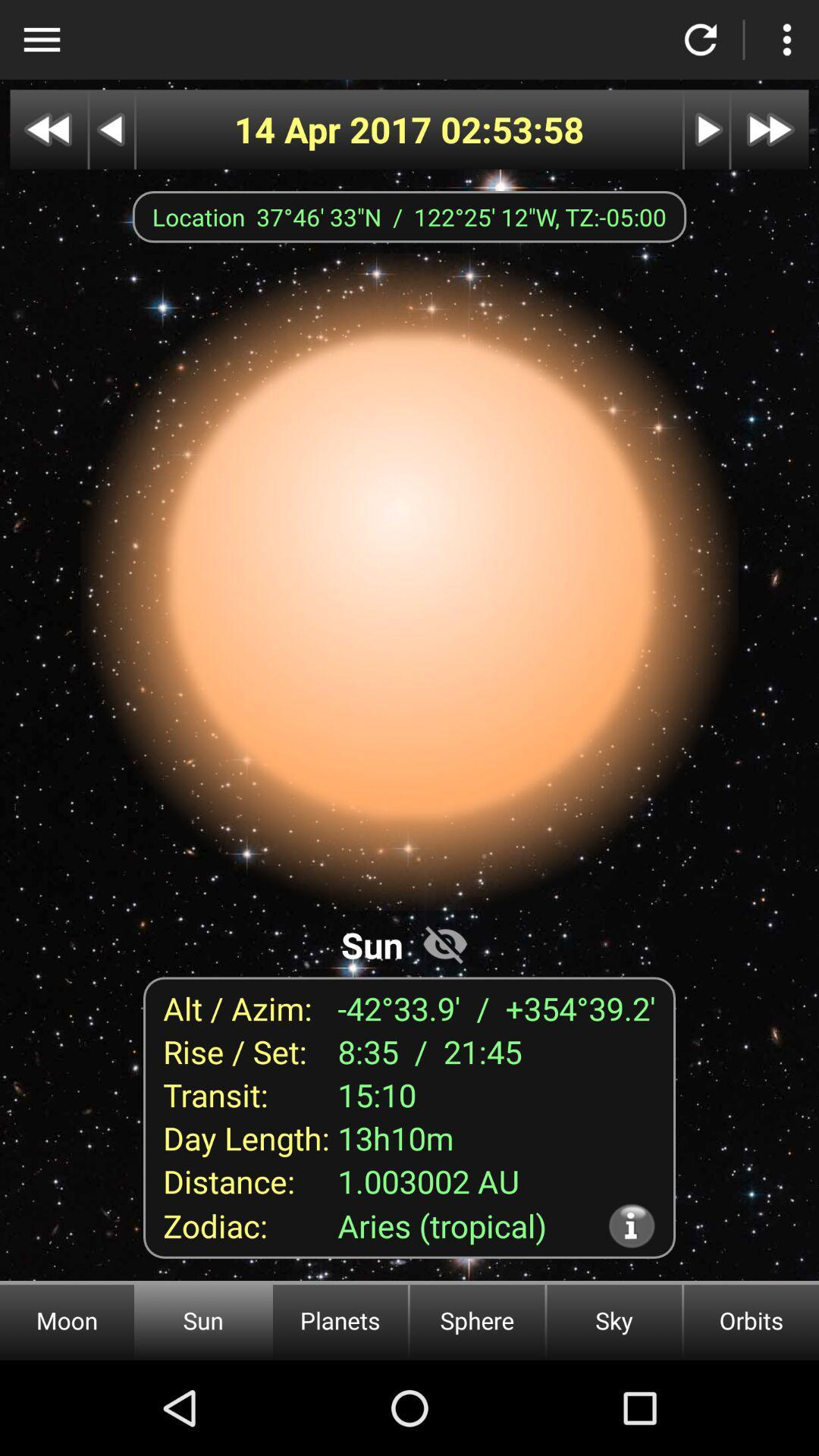 Image resolution: width=819 pixels, height=1456 pixels. I want to click on open menu, so click(41, 39).